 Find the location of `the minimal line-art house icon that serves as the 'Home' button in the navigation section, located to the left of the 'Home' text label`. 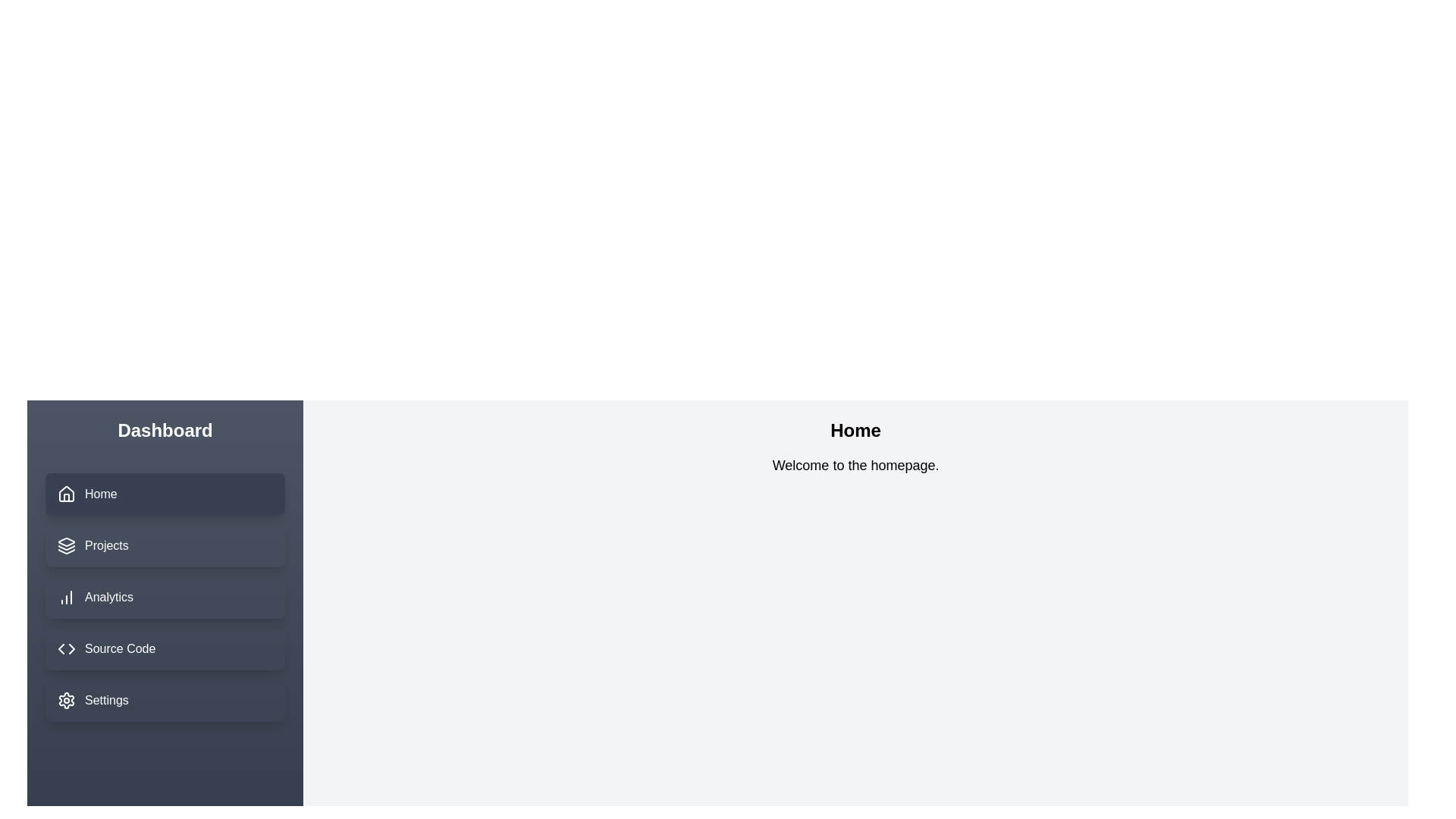

the minimal line-art house icon that serves as the 'Home' button in the navigation section, located to the left of the 'Home' text label is located at coordinates (65, 494).